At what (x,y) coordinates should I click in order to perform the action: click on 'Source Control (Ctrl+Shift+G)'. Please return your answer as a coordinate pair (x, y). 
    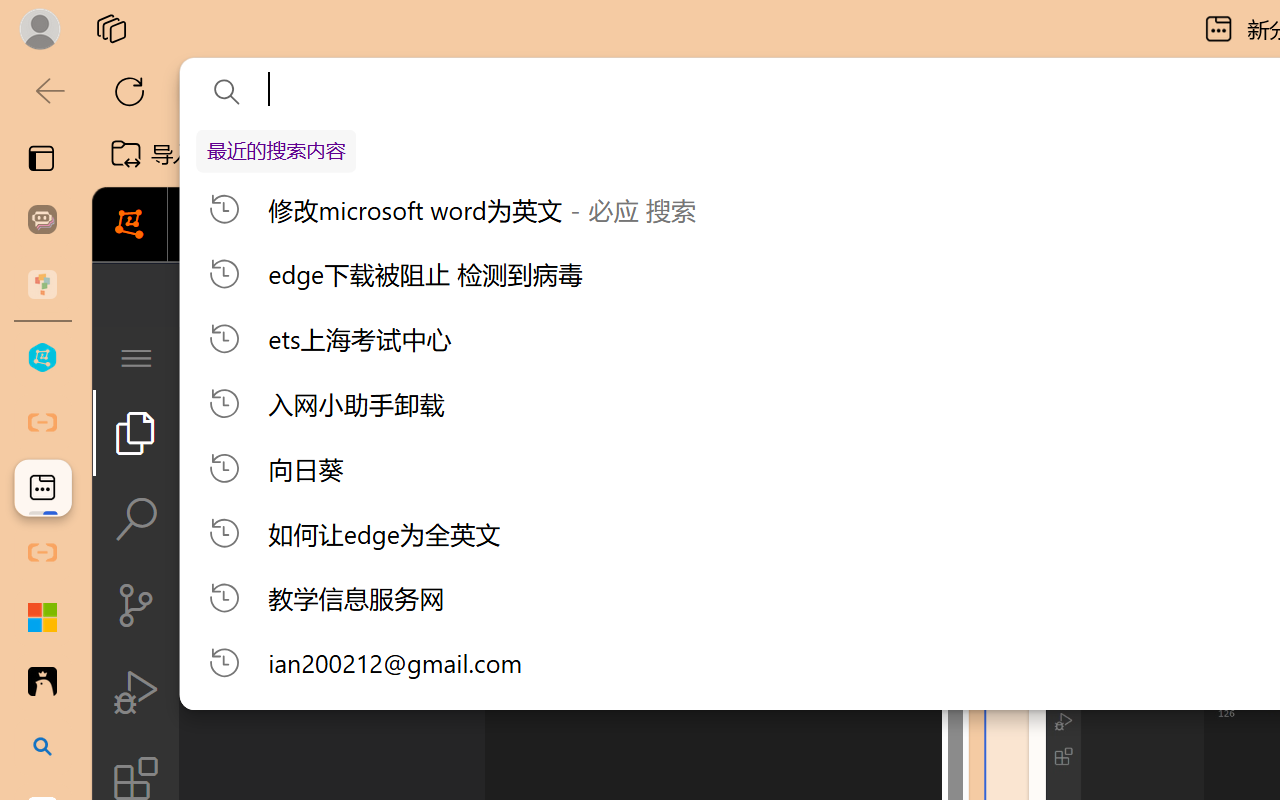
    Looking at the image, I should click on (134, 605).